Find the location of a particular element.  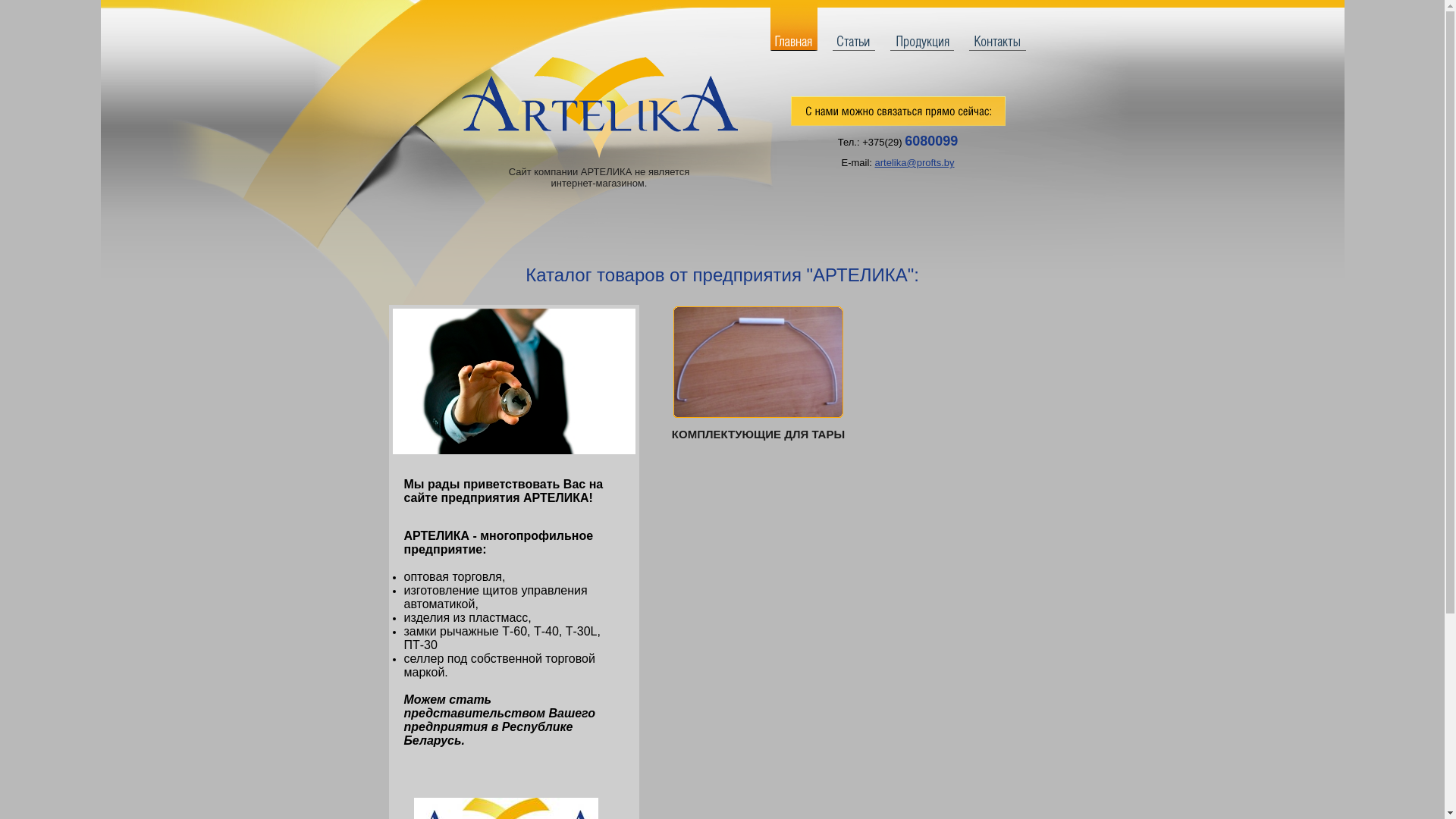

'artelika@profts.by' is located at coordinates (914, 162).